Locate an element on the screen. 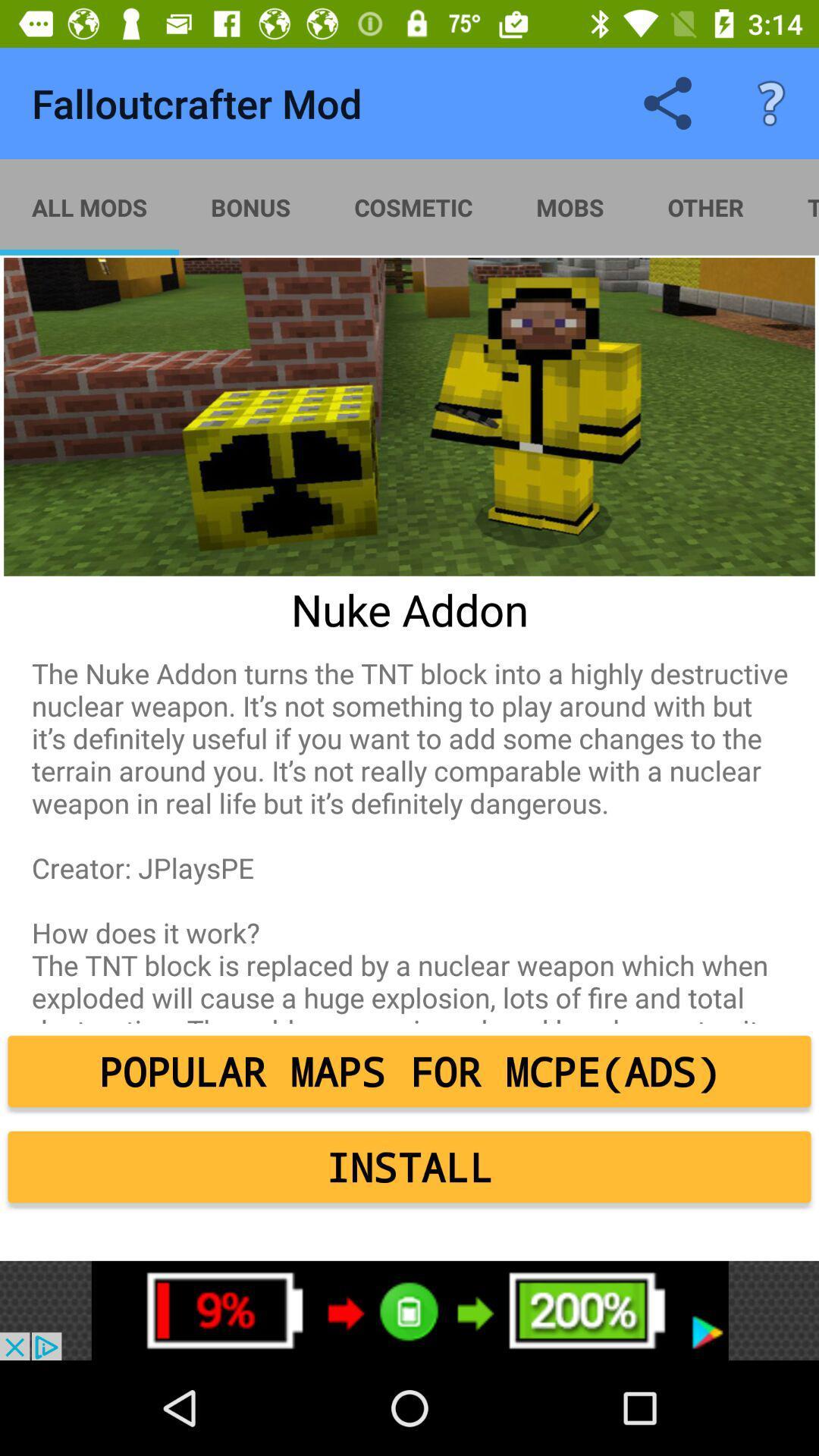 This screenshot has height=1456, width=819. the cosmetic is located at coordinates (413, 206).